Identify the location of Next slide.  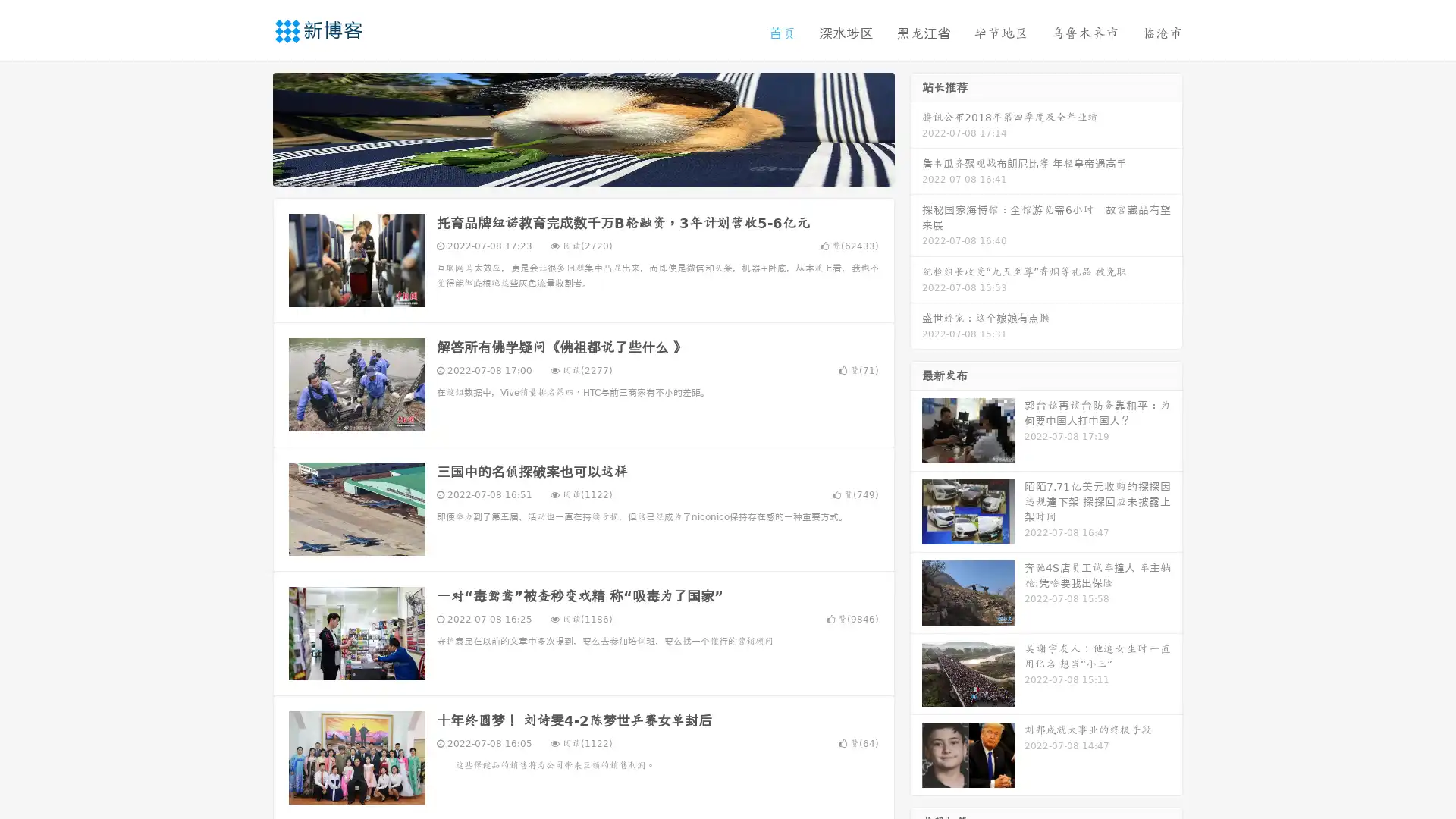
(916, 127).